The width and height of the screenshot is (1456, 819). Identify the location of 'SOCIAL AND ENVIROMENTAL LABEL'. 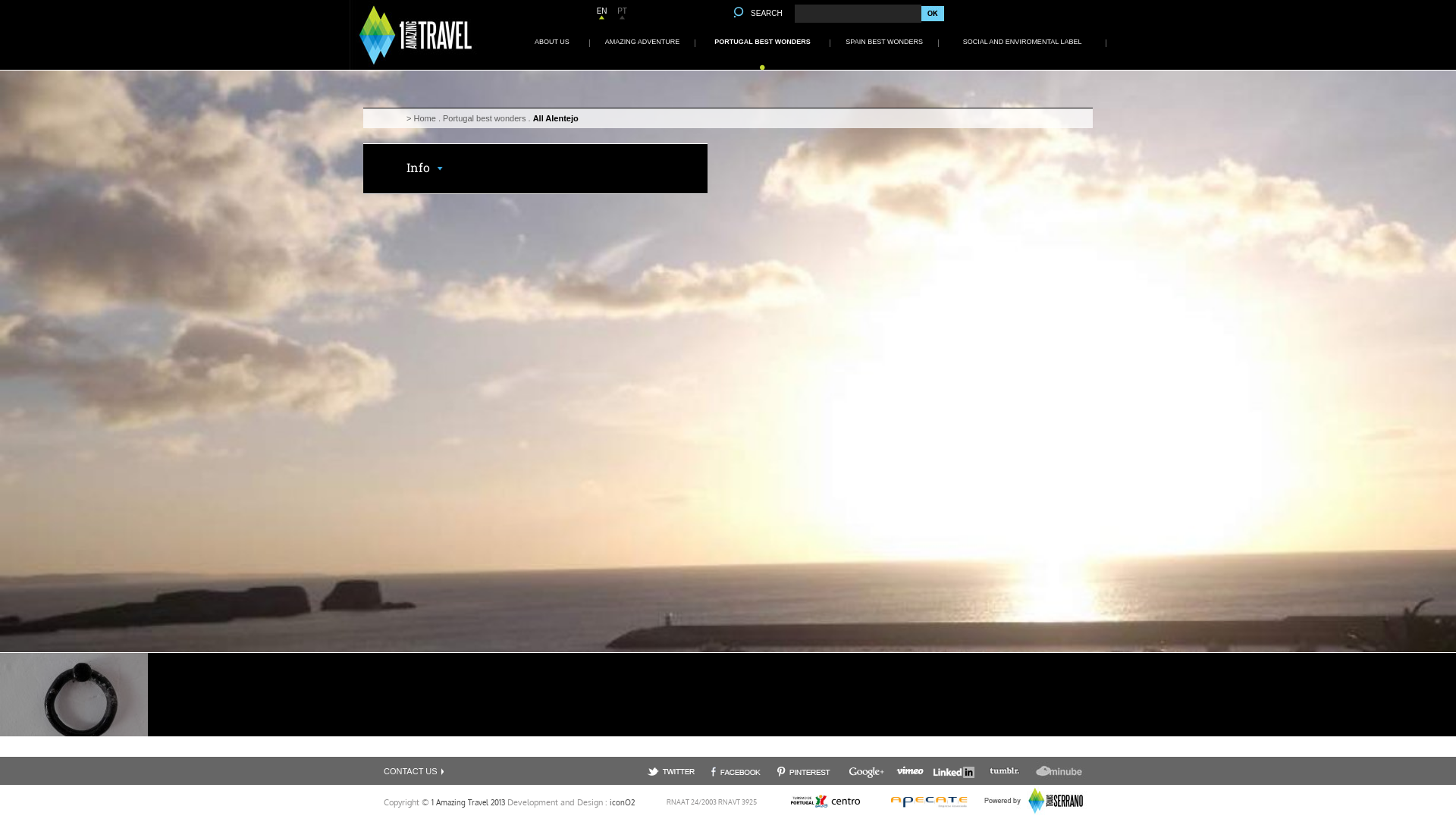
(1022, 42).